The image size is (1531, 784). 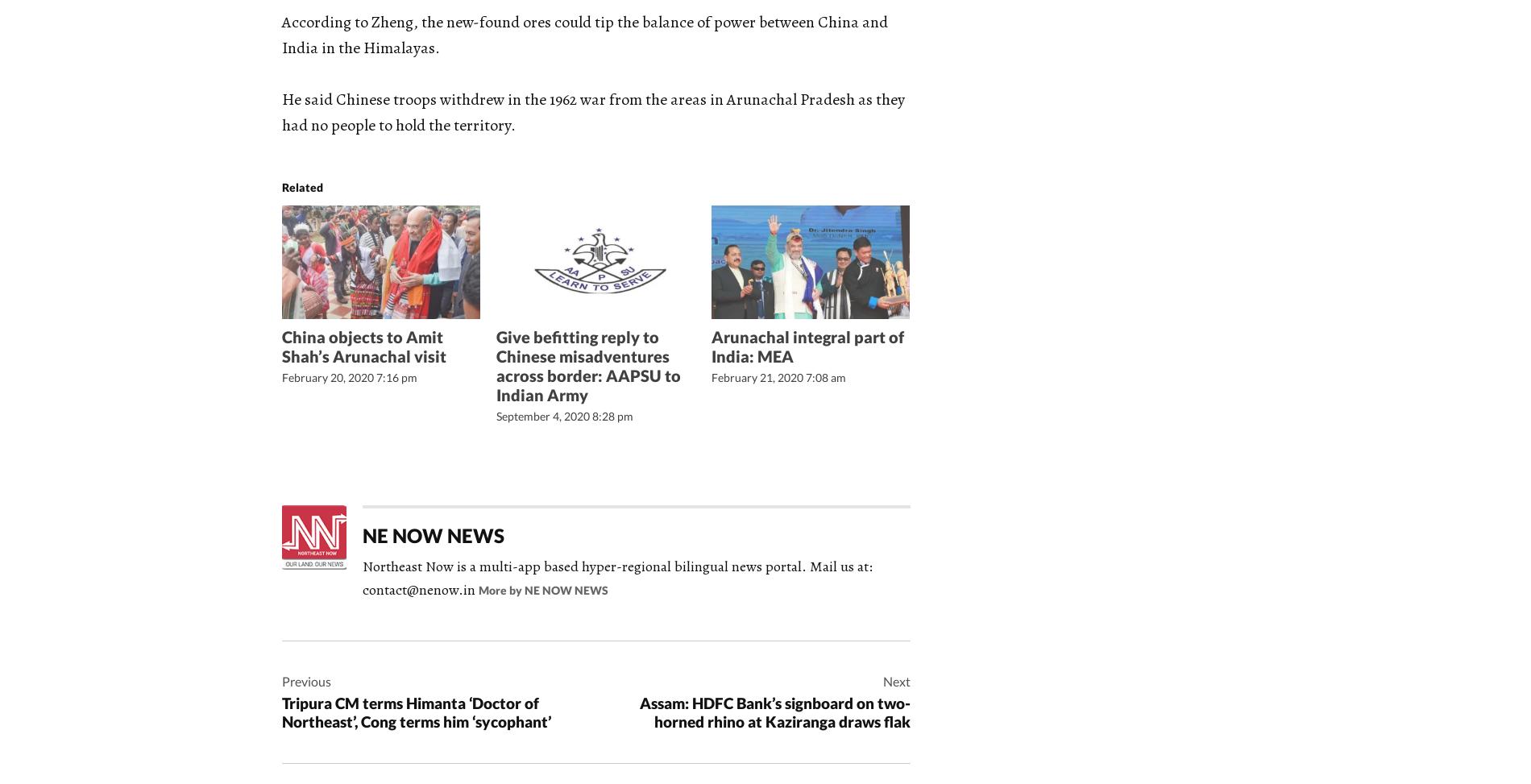 What do you see at coordinates (434, 533) in the screenshot?
I see `'NE NOW NEWS'` at bounding box center [434, 533].